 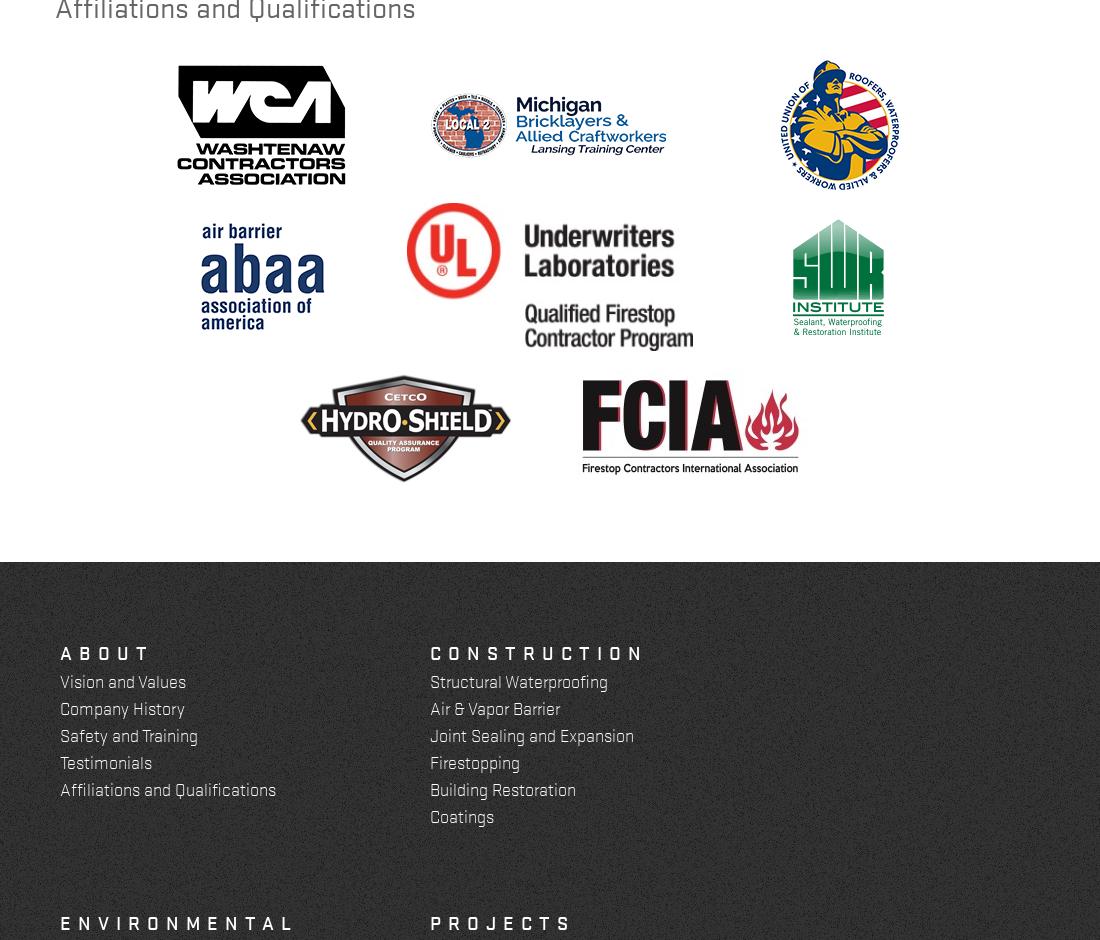 What do you see at coordinates (502, 921) in the screenshot?
I see `'Projects'` at bounding box center [502, 921].